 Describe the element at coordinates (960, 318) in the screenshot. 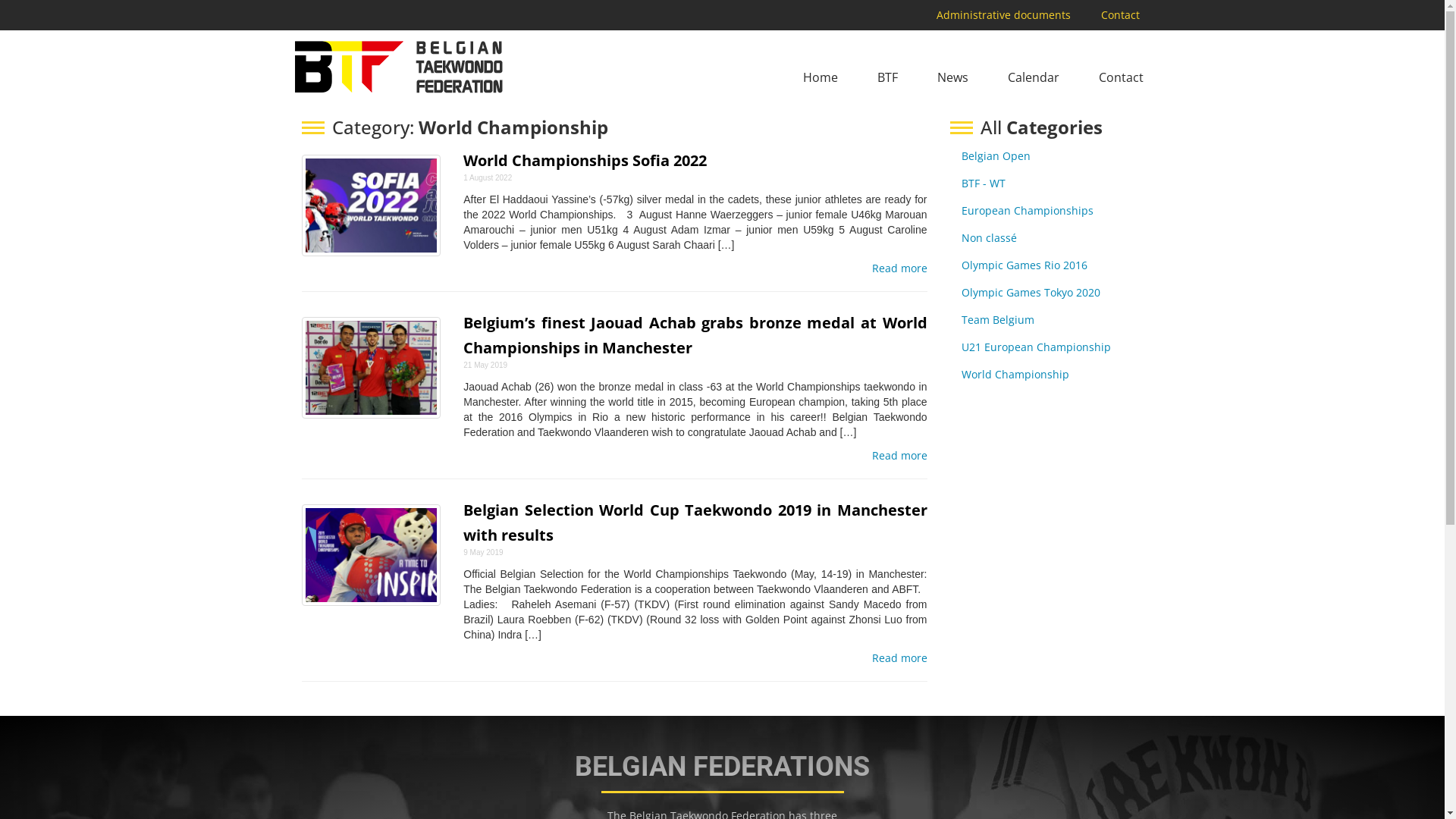

I see `'Team Belgium'` at that location.